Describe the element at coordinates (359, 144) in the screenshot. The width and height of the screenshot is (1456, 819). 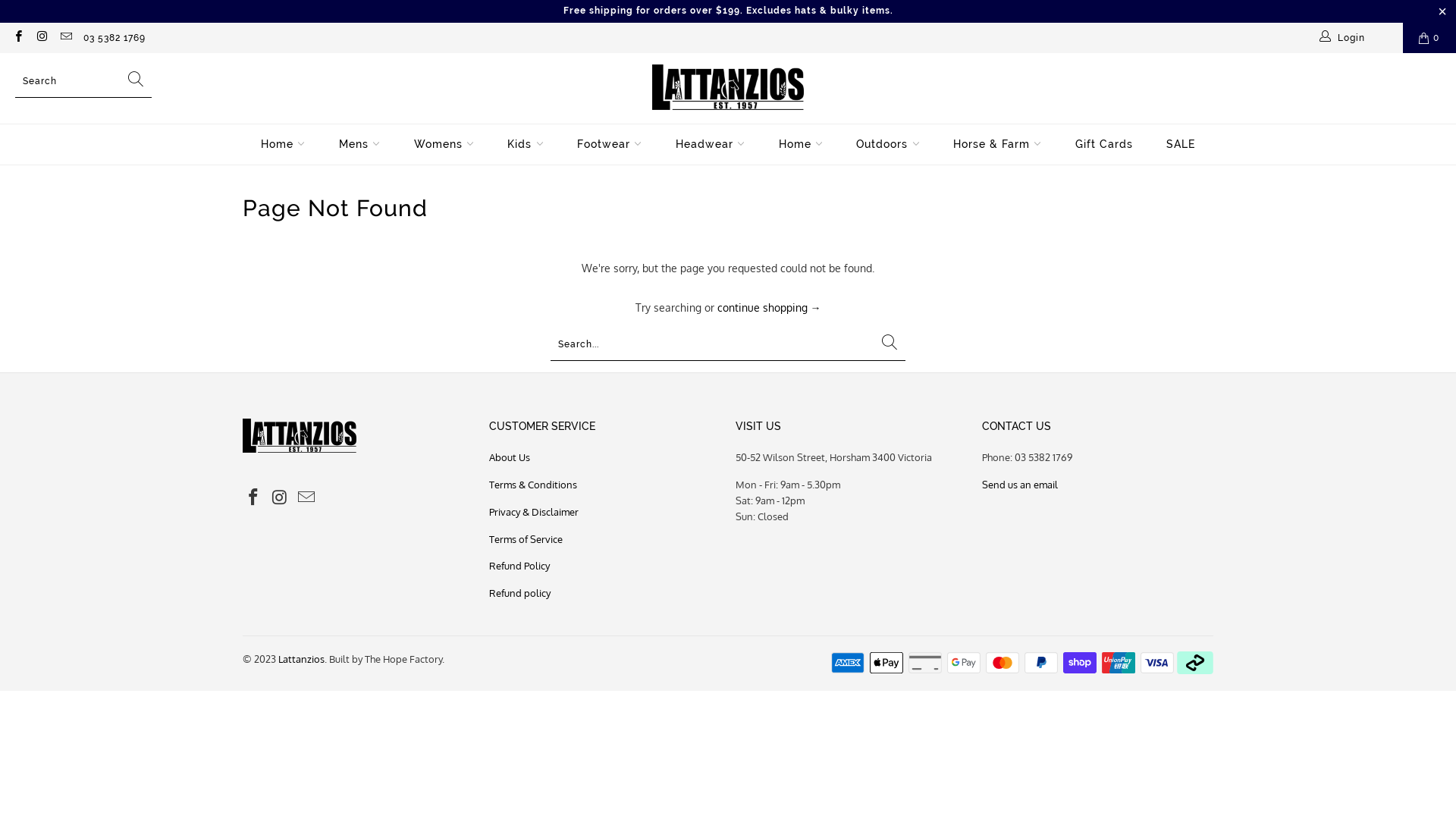
I see `'Mens'` at that location.